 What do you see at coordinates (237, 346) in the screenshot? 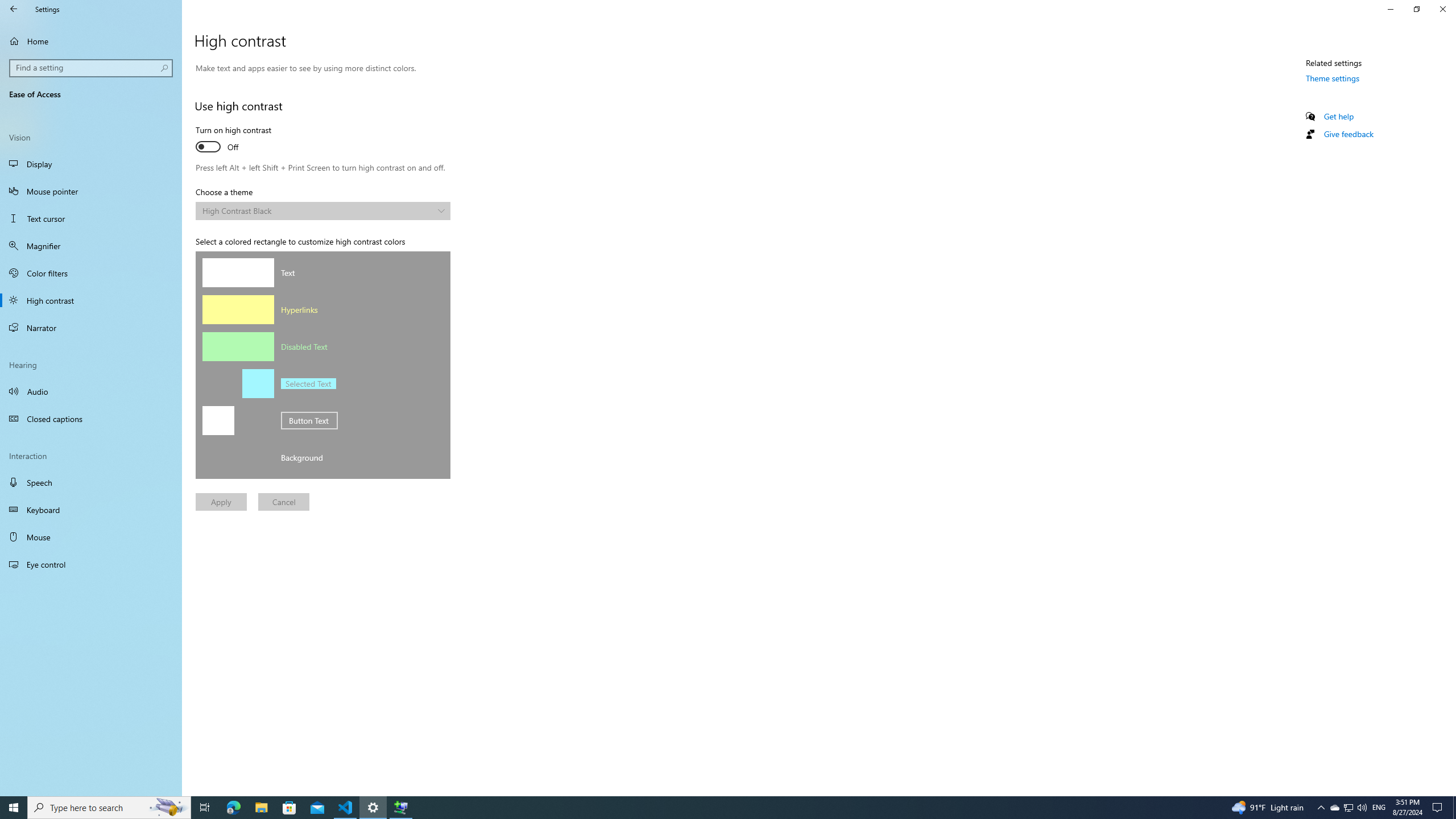
I see `'Disabled text color'` at bounding box center [237, 346].